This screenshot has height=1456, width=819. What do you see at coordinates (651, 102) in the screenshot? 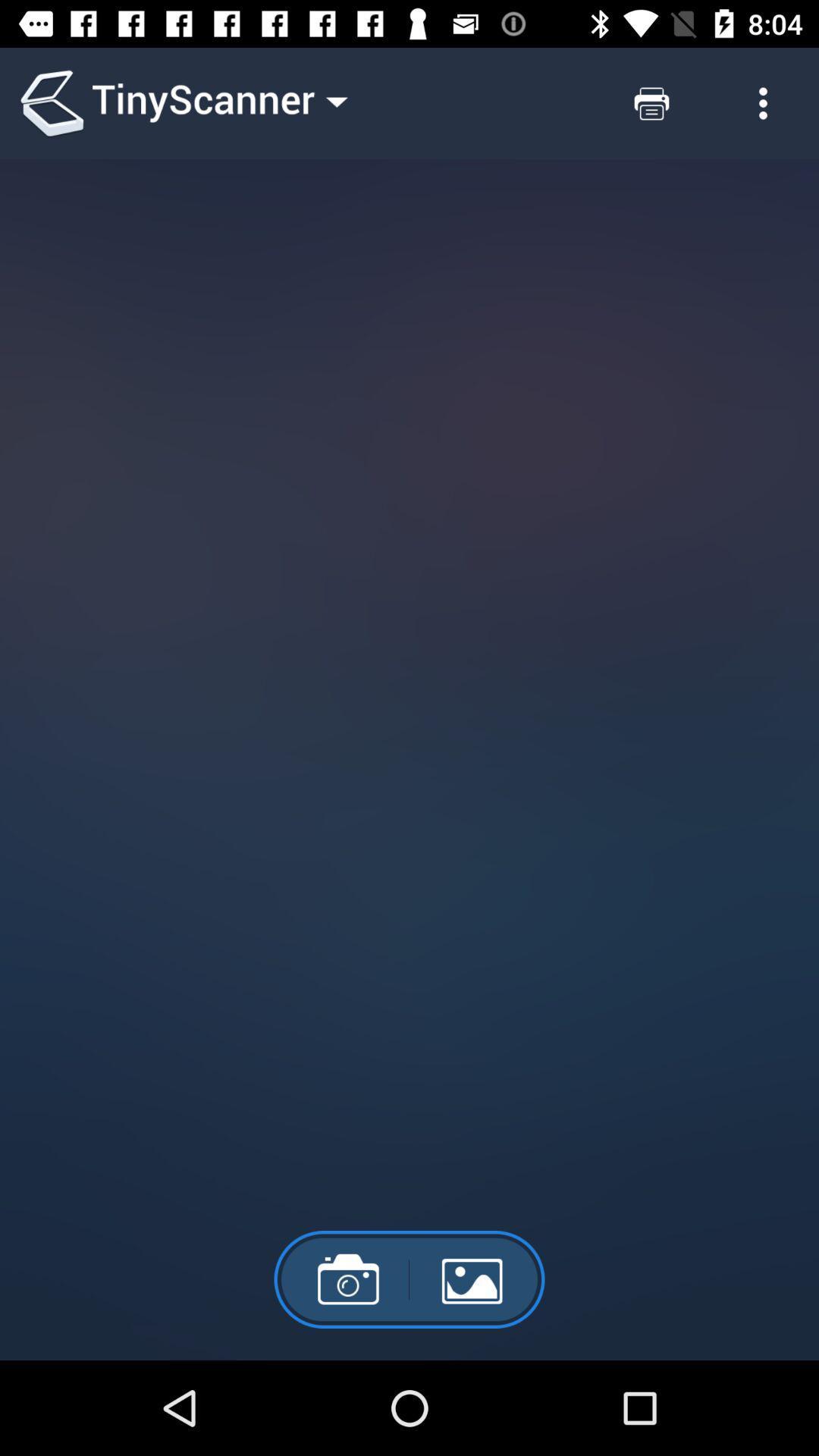
I see `the repeat icon` at bounding box center [651, 102].